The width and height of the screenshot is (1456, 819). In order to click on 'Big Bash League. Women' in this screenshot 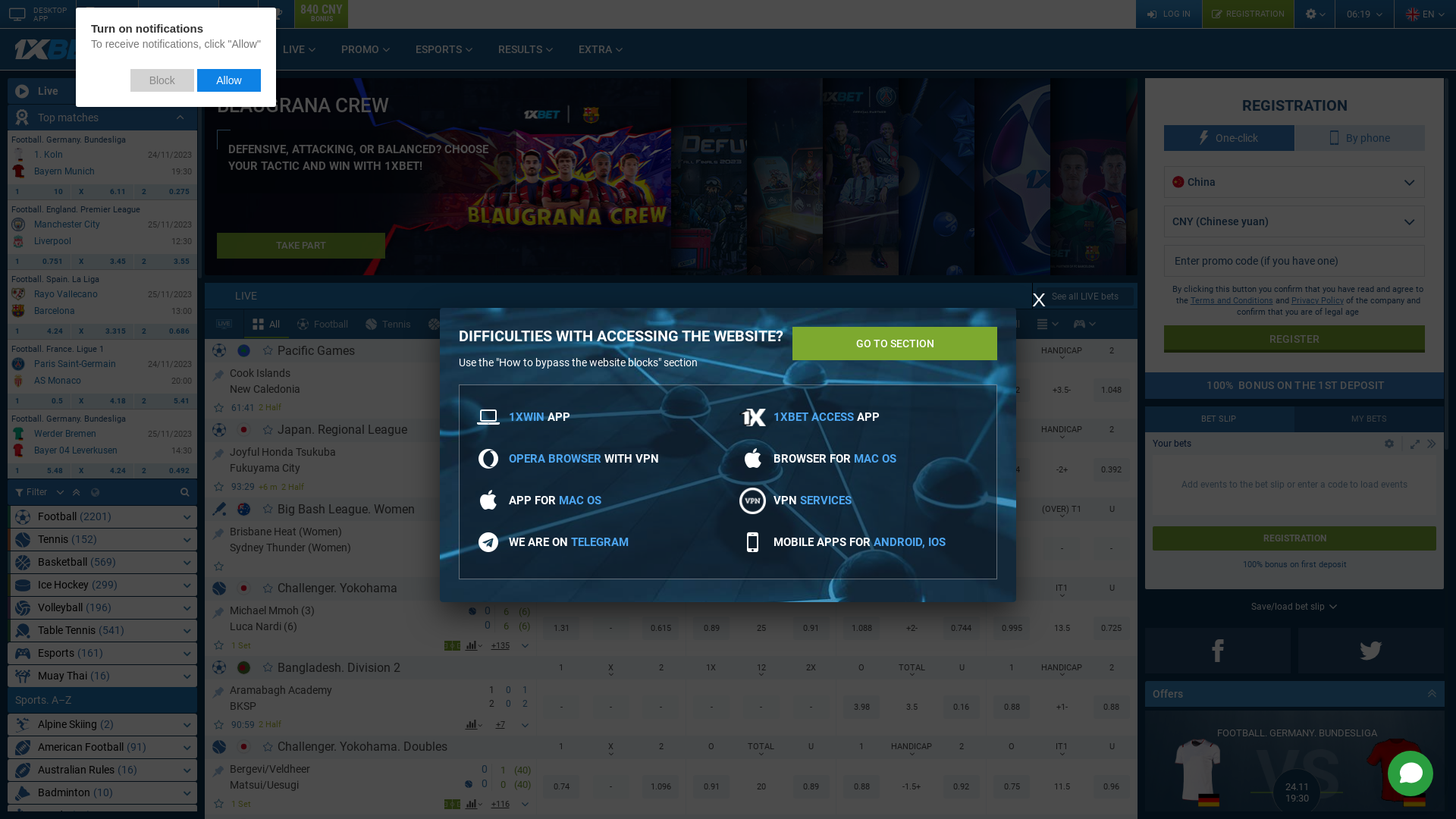, I will do `click(345, 509)`.